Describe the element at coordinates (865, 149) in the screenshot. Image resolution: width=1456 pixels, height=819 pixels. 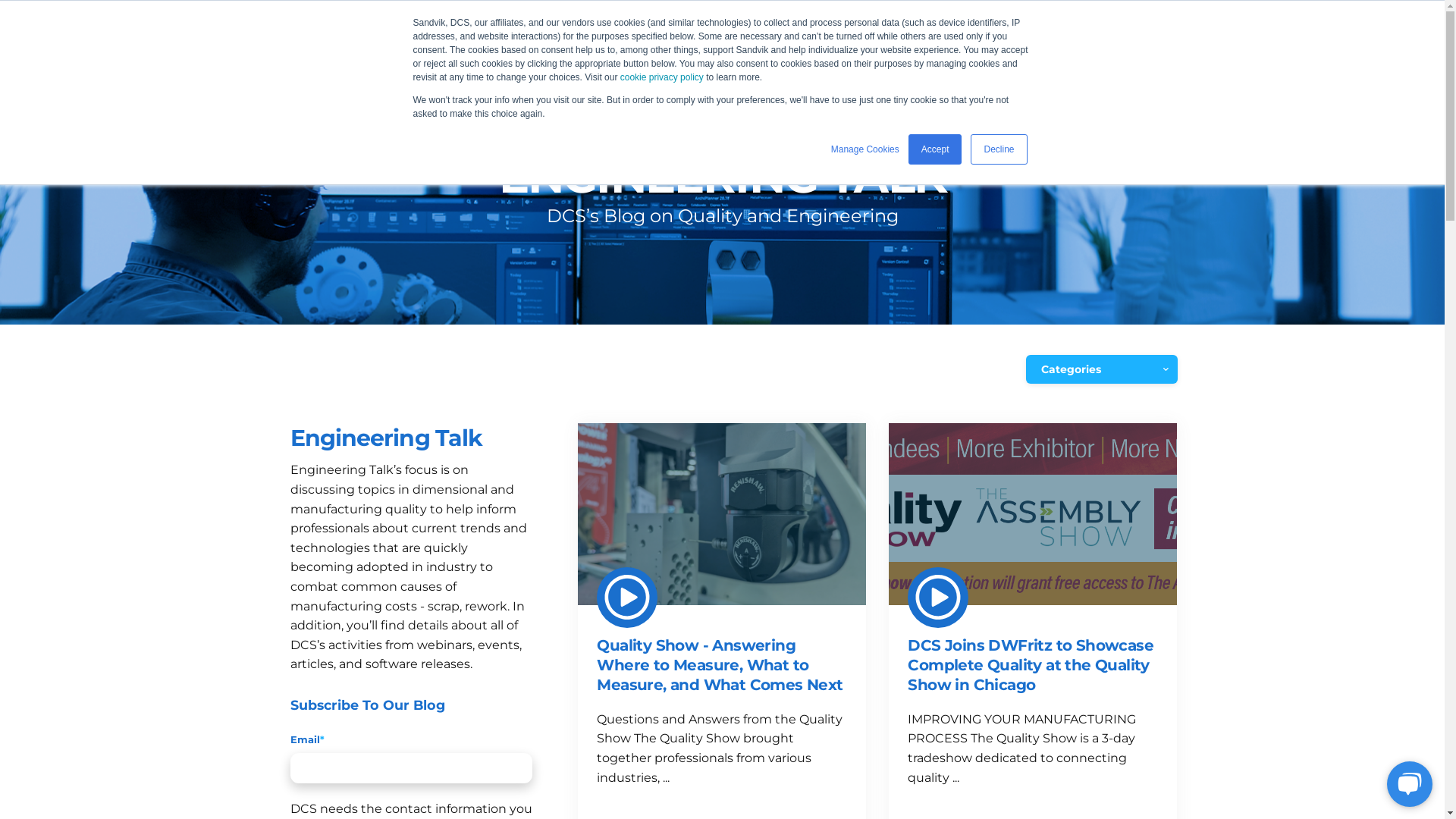
I see `'Manage Cookies'` at that location.